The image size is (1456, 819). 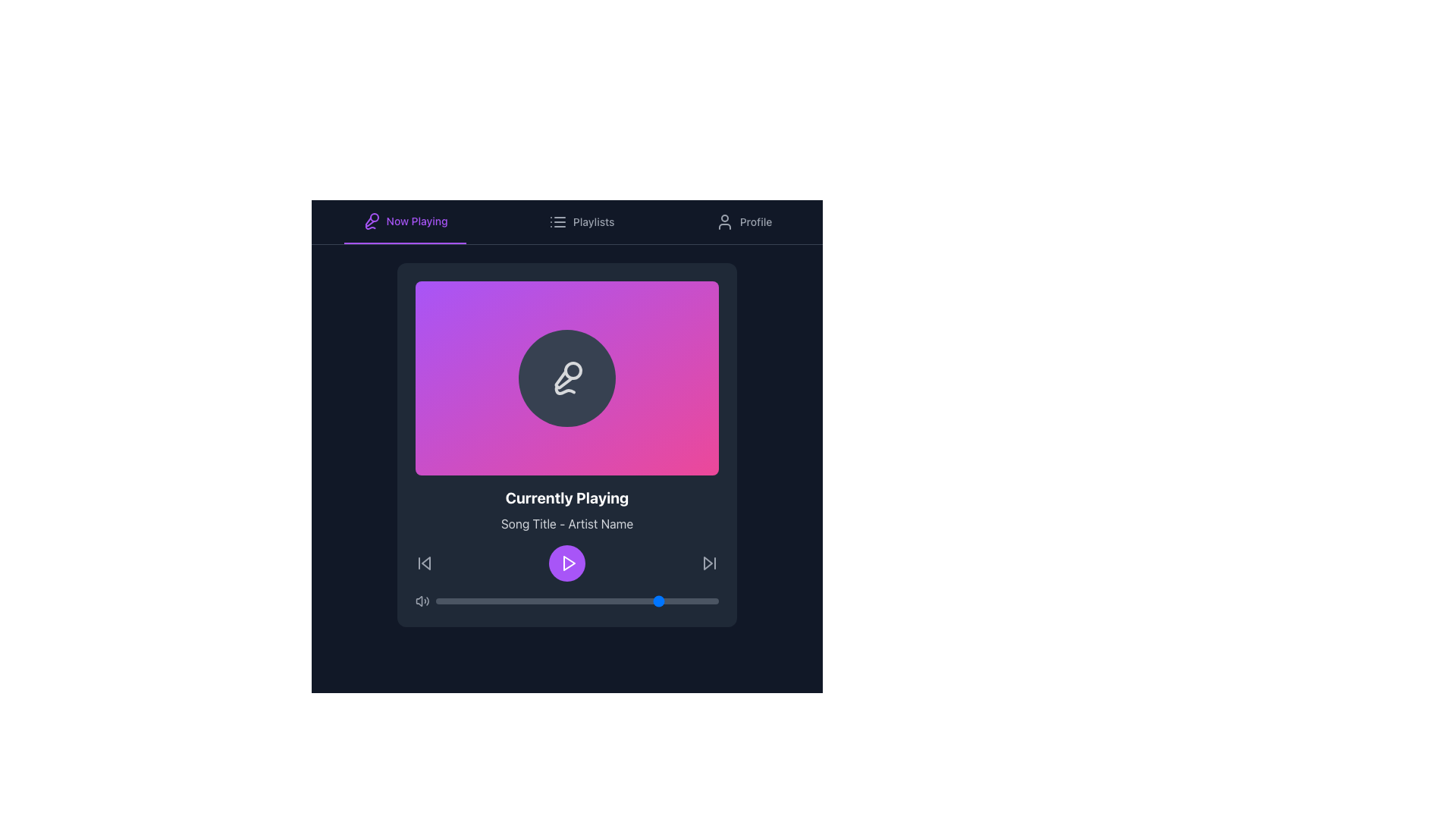 I want to click on the associated navigation button element located in the upper-right corner of the interface, next to the user profile icon, so click(x=756, y=222).